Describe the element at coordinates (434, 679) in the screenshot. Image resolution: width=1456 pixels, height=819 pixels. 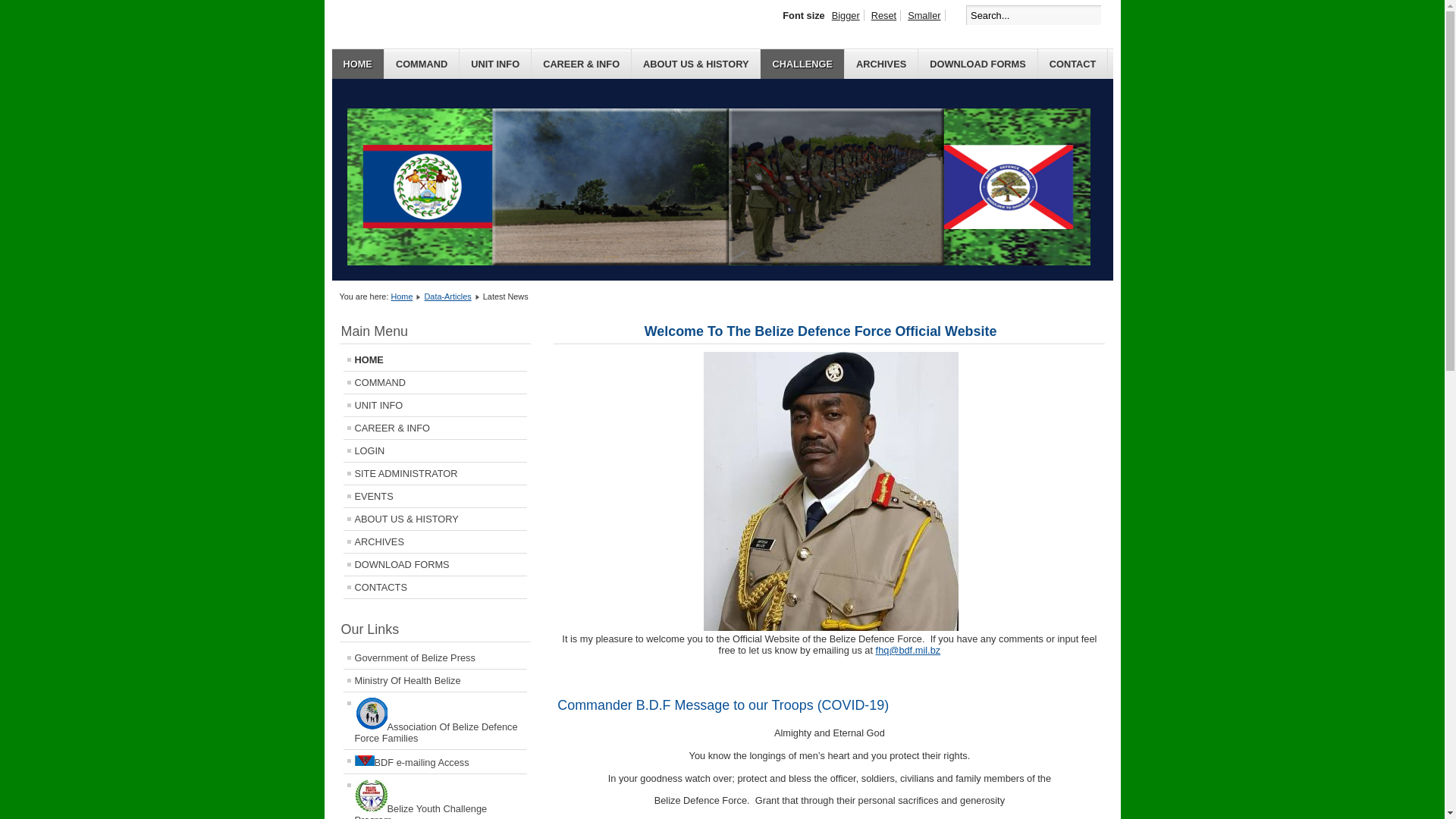
I see `'Ministry Of Health Belize'` at that location.